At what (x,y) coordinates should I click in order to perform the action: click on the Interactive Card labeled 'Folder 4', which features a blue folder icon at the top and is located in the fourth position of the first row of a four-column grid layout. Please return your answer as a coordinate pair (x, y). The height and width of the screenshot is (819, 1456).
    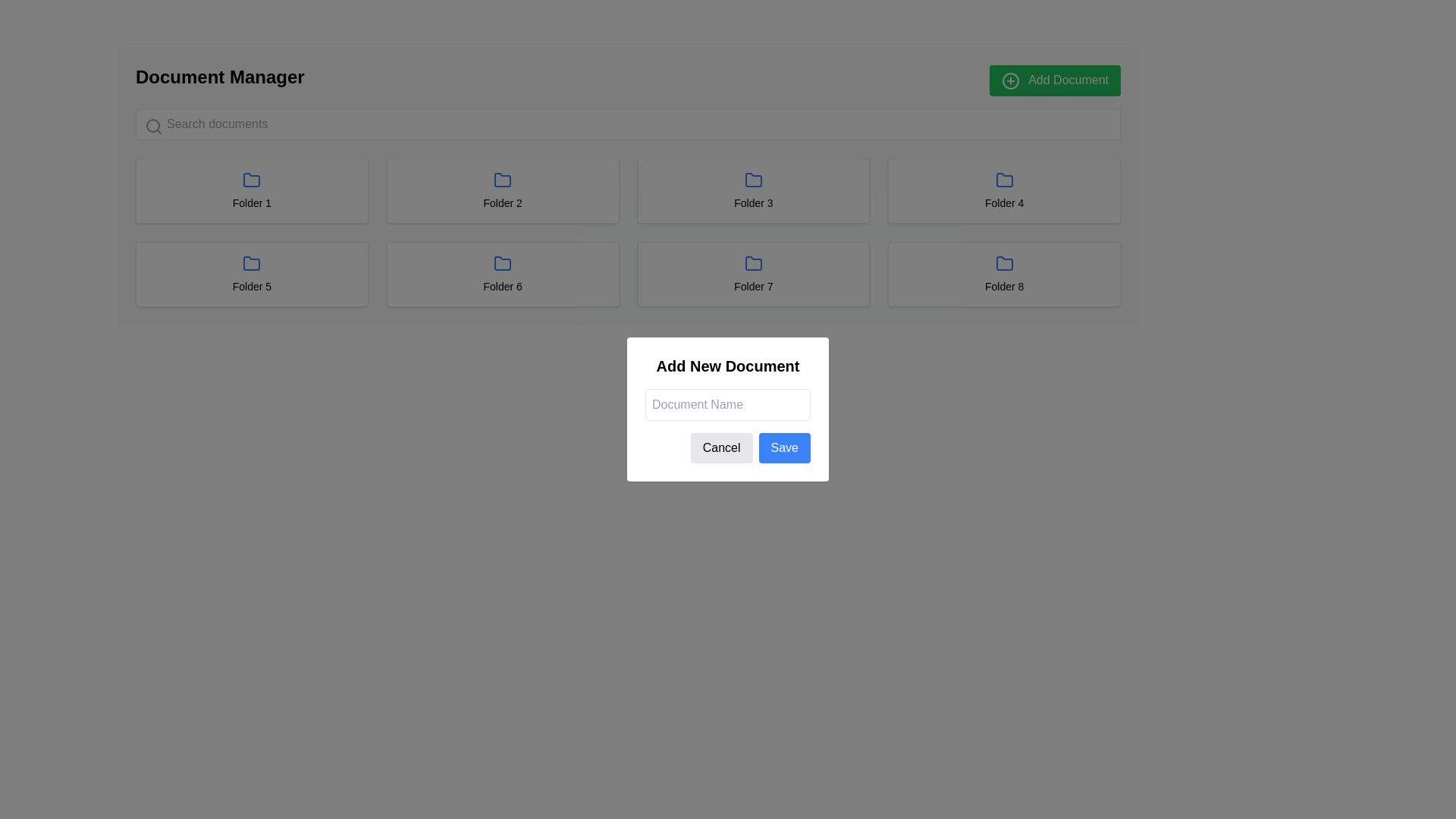
    Looking at the image, I should click on (1004, 190).